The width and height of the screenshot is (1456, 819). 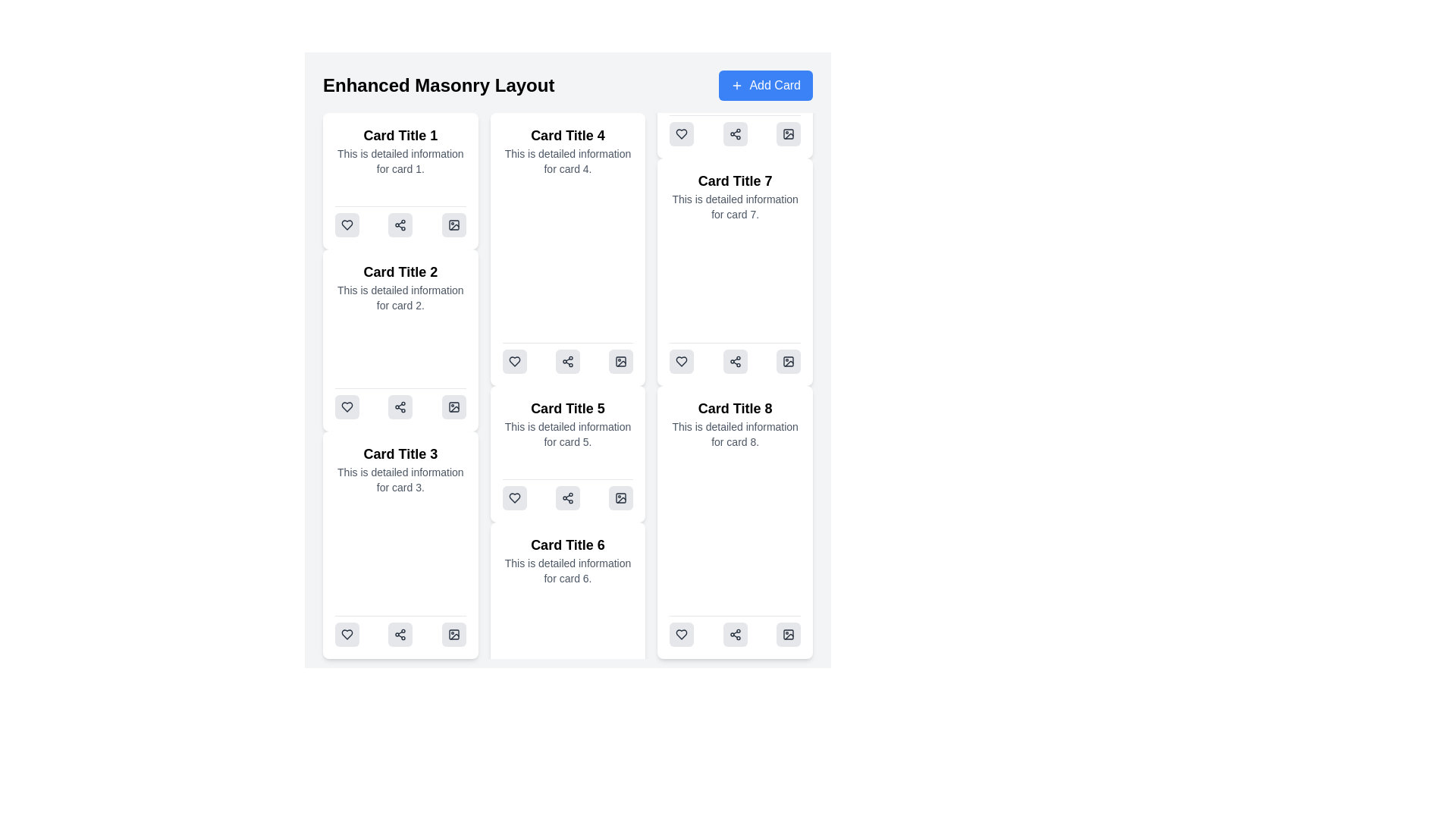 I want to click on the 'Add Card' text label, which is styled with white text on a blue background and located in the upper-right corner of the interface, so click(x=775, y=85).